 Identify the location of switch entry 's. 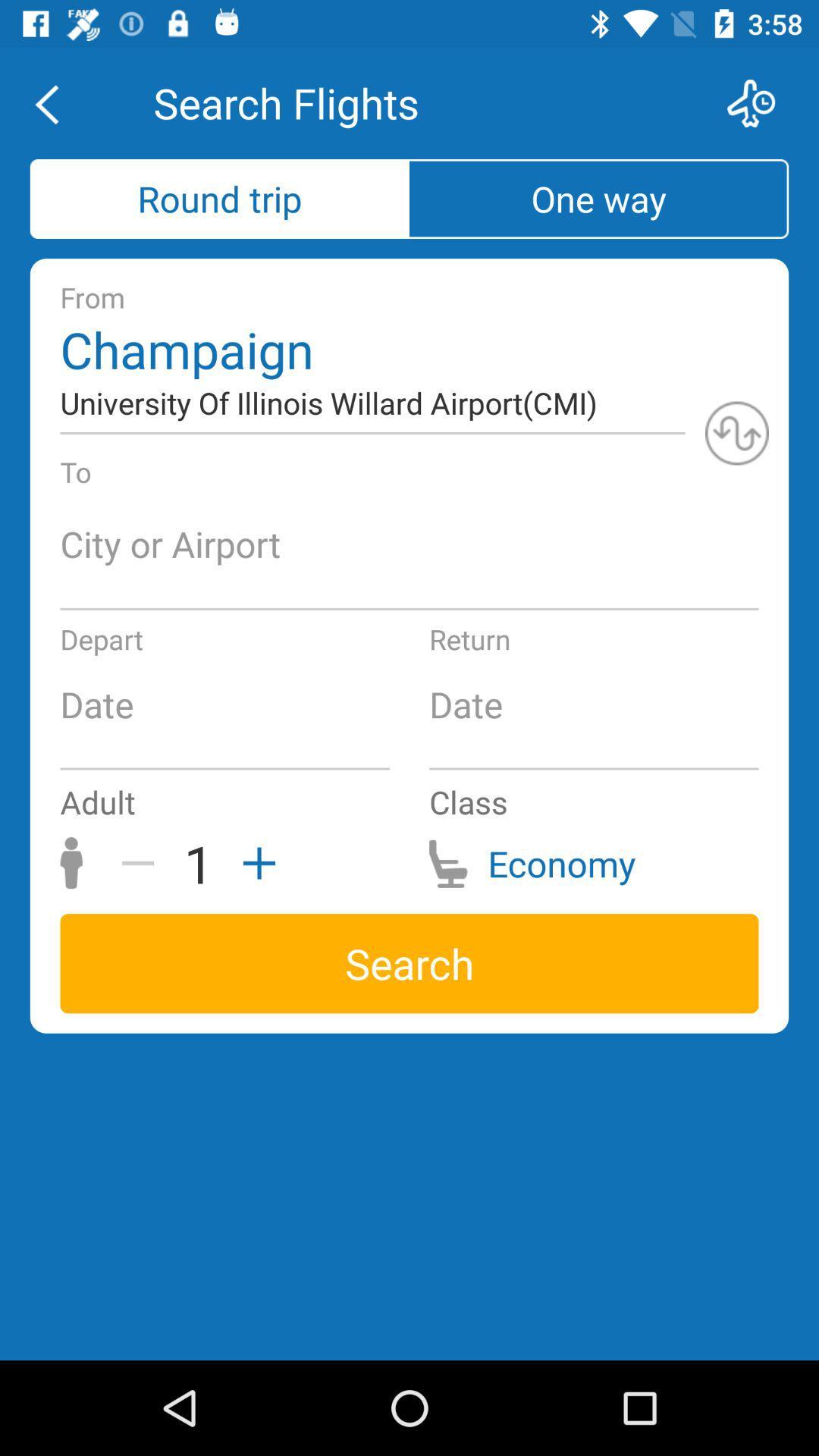
(736, 432).